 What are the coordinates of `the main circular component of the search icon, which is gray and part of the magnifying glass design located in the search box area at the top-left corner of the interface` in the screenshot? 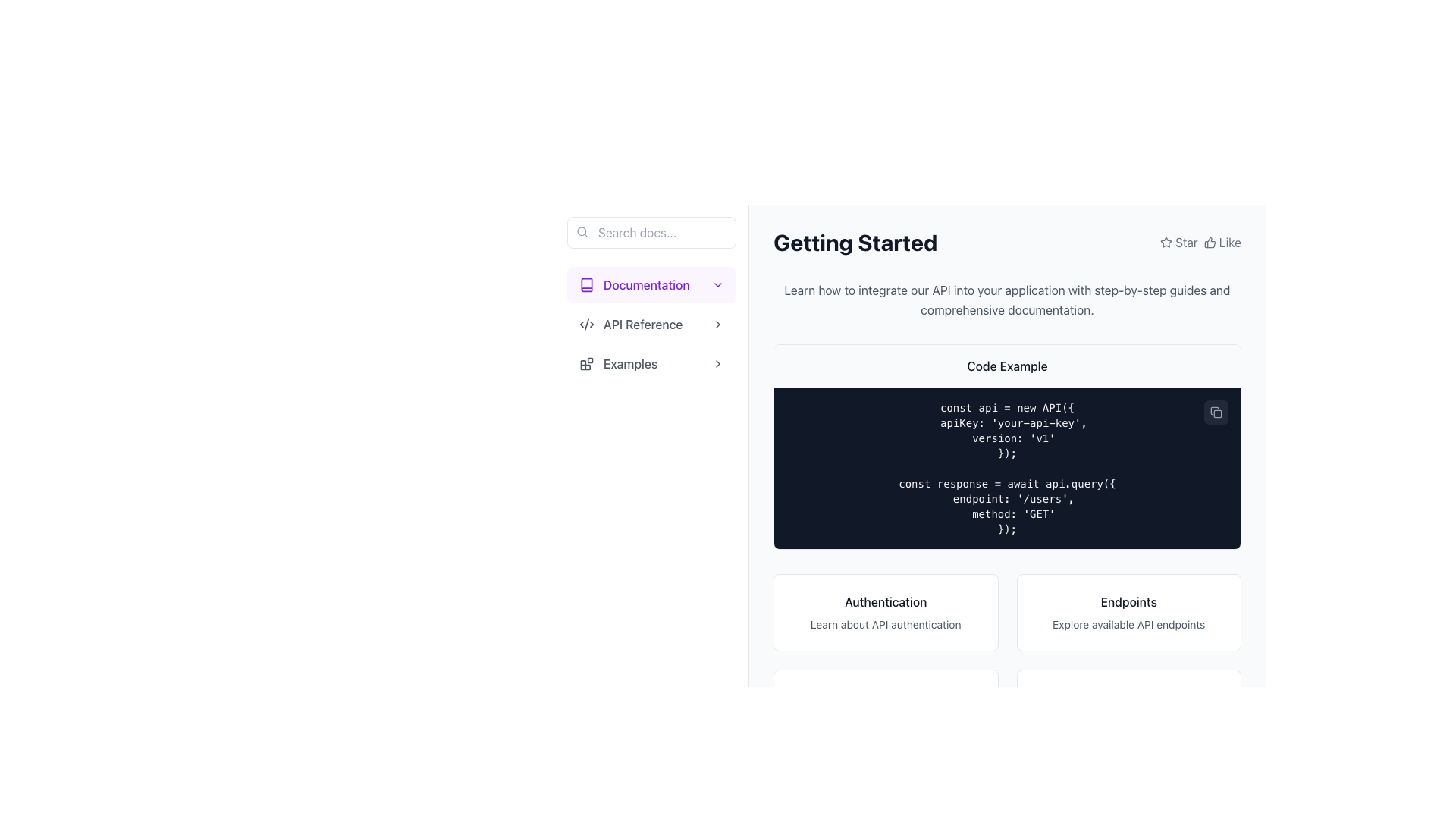 It's located at (581, 231).